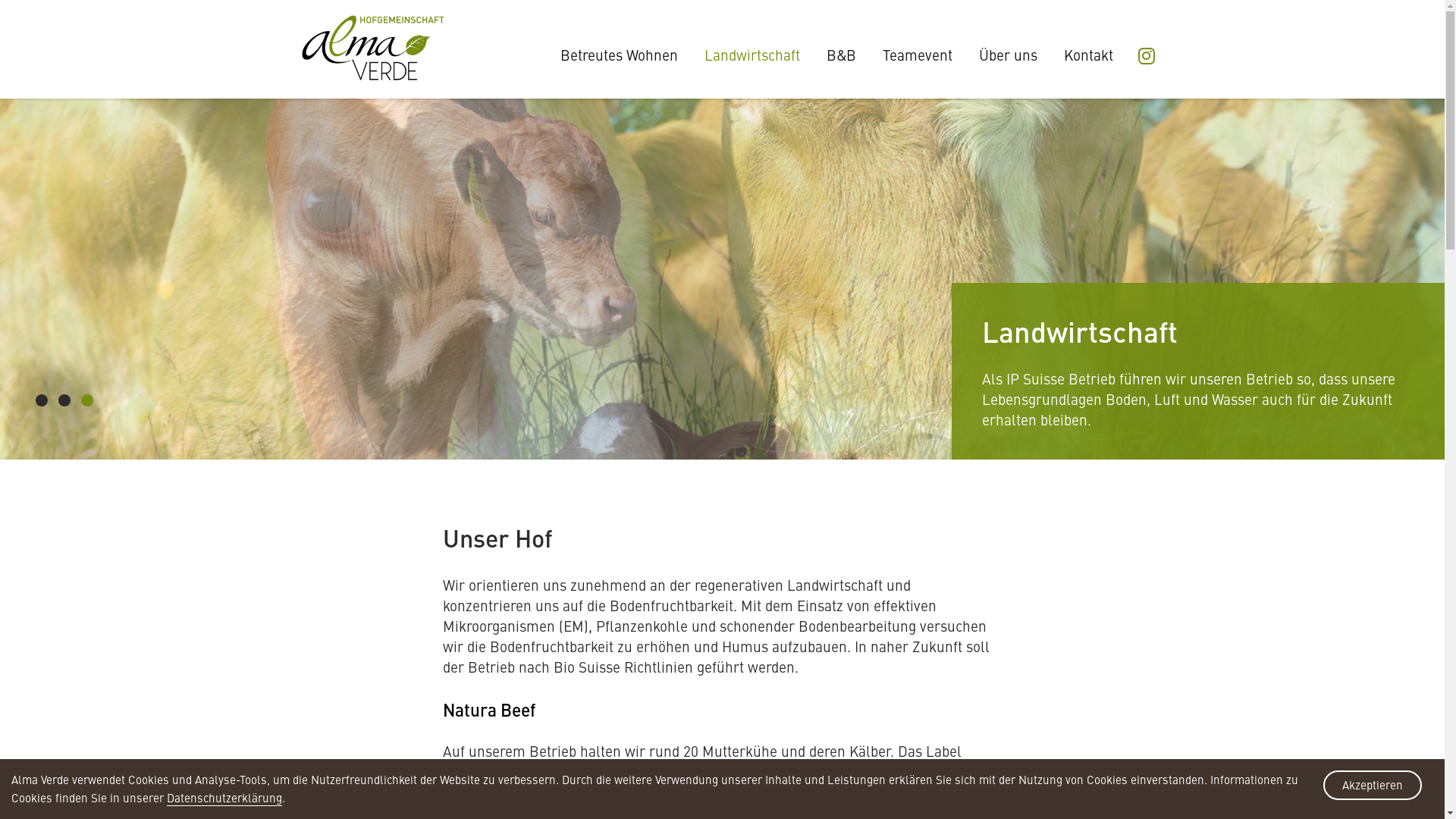 The width and height of the screenshot is (1456, 819). I want to click on '3', so click(86, 400).